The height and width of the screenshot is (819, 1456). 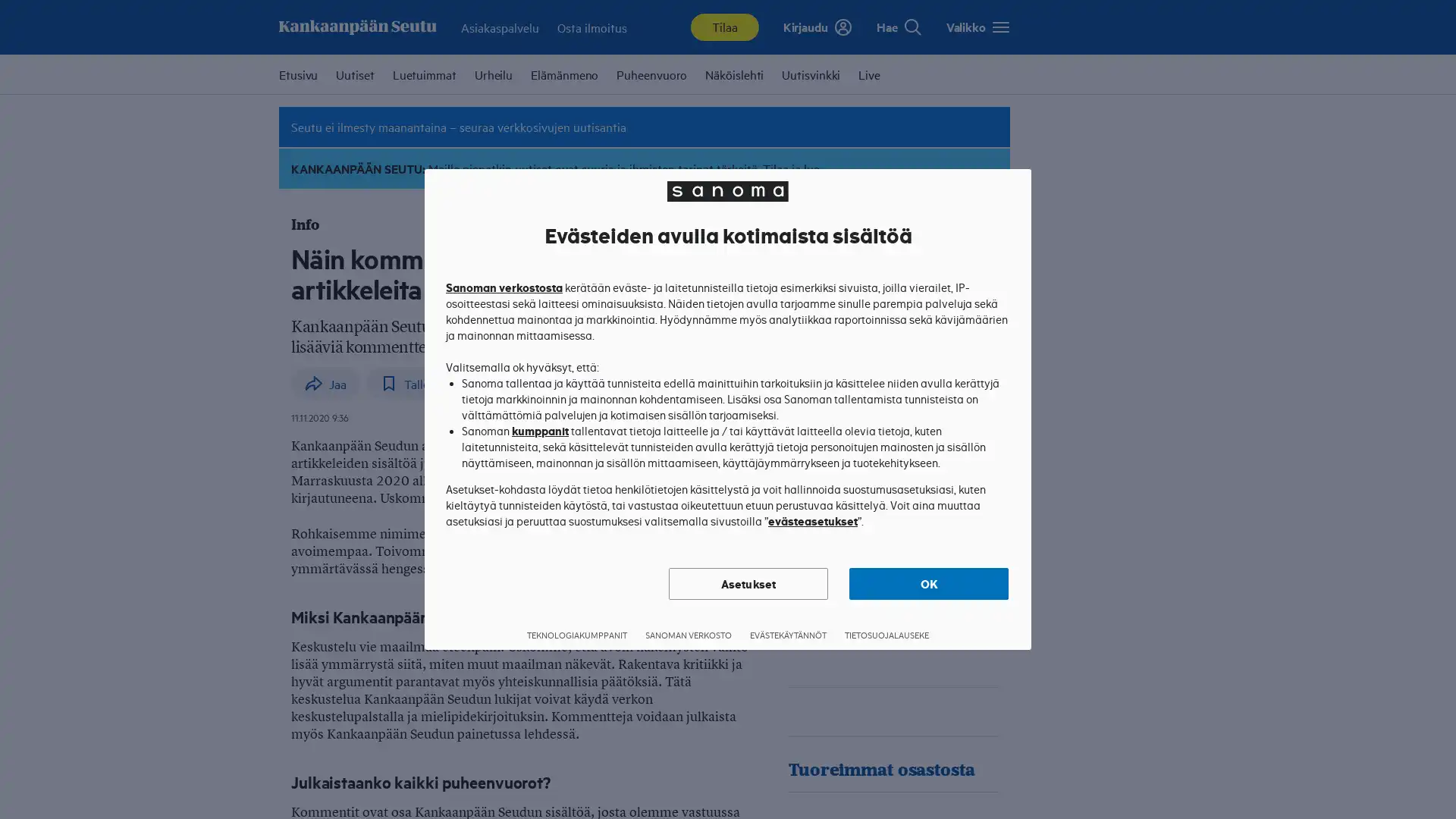 What do you see at coordinates (325, 382) in the screenshot?
I see `Jaa` at bounding box center [325, 382].